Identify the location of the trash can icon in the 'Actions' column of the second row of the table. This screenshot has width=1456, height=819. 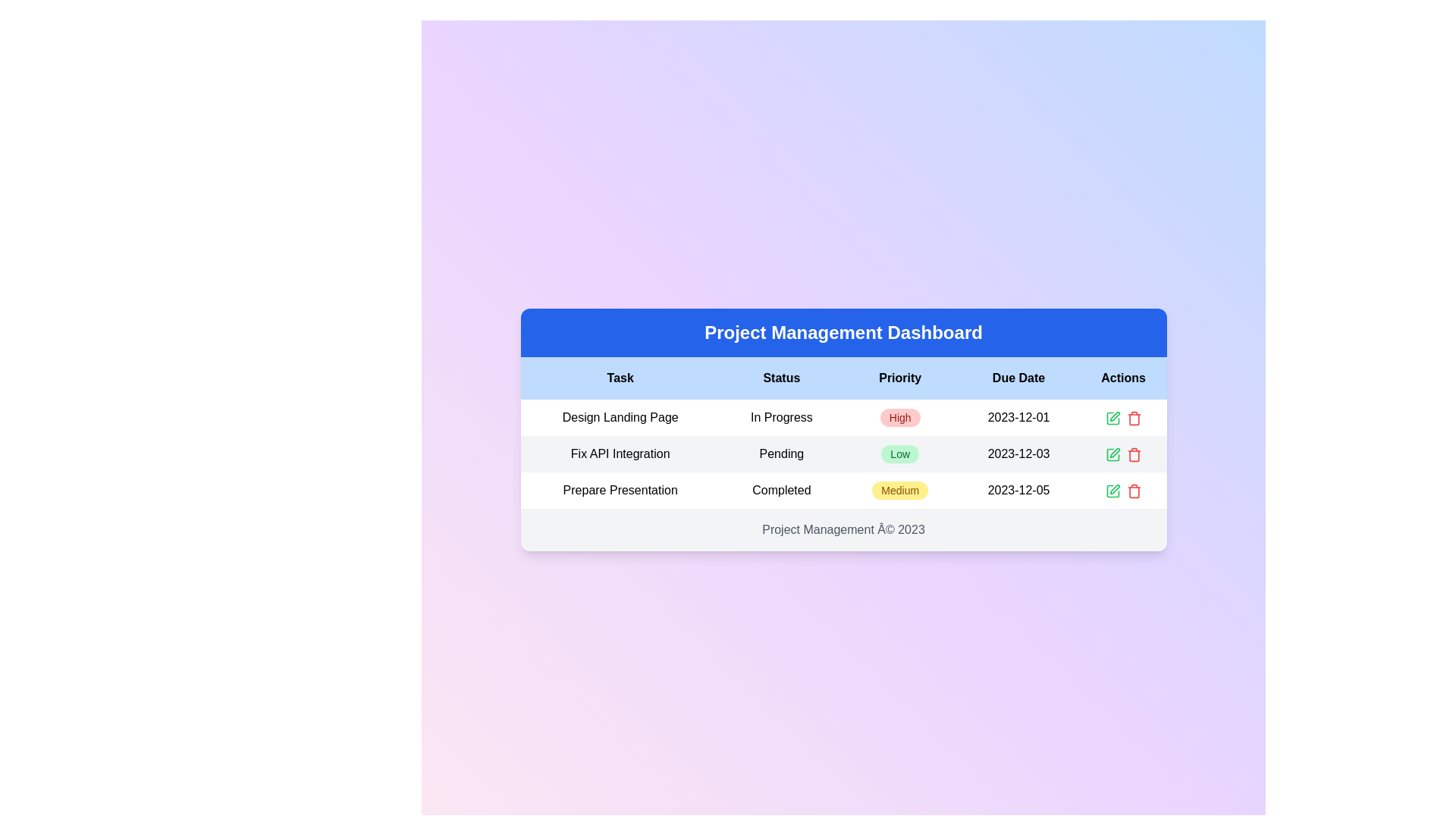
(1134, 453).